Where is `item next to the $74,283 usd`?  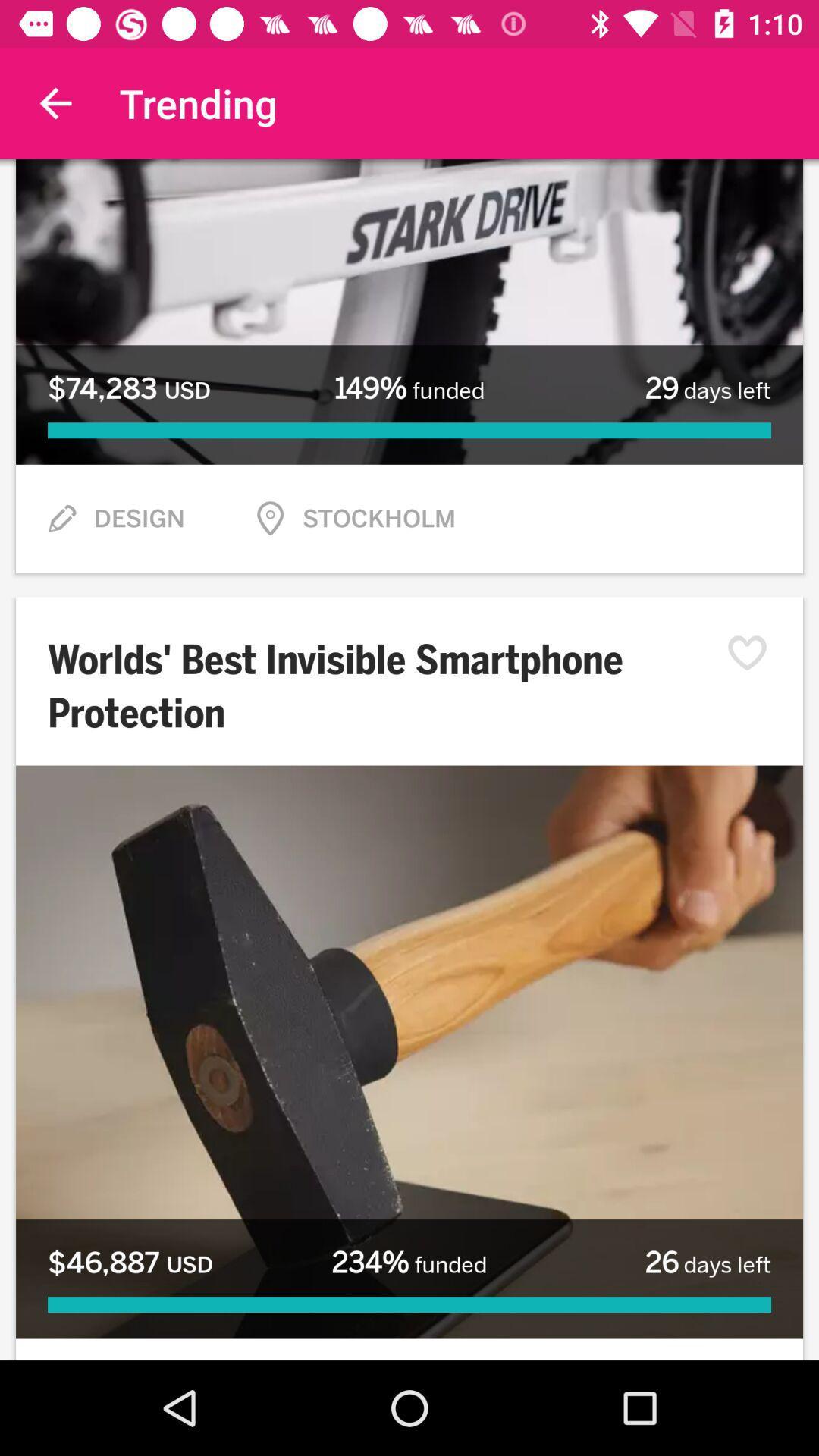 item next to the $74,283 usd is located at coordinates (409, 388).